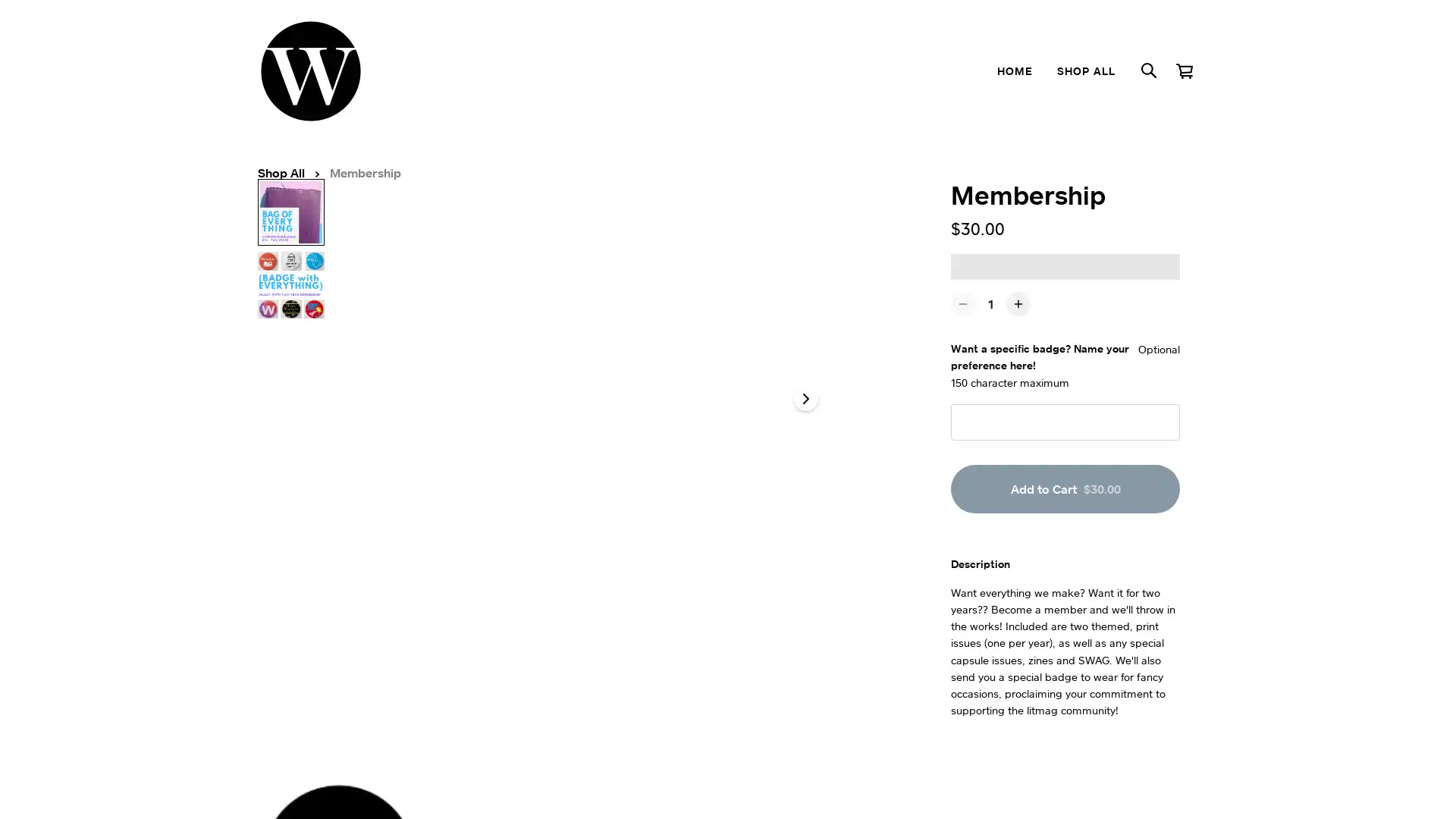 This screenshot has height=819, width=1456. What do you see at coordinates (1183, 70) in the screenshot?
I see `Cart icon` at bounding box center [1183, 70].